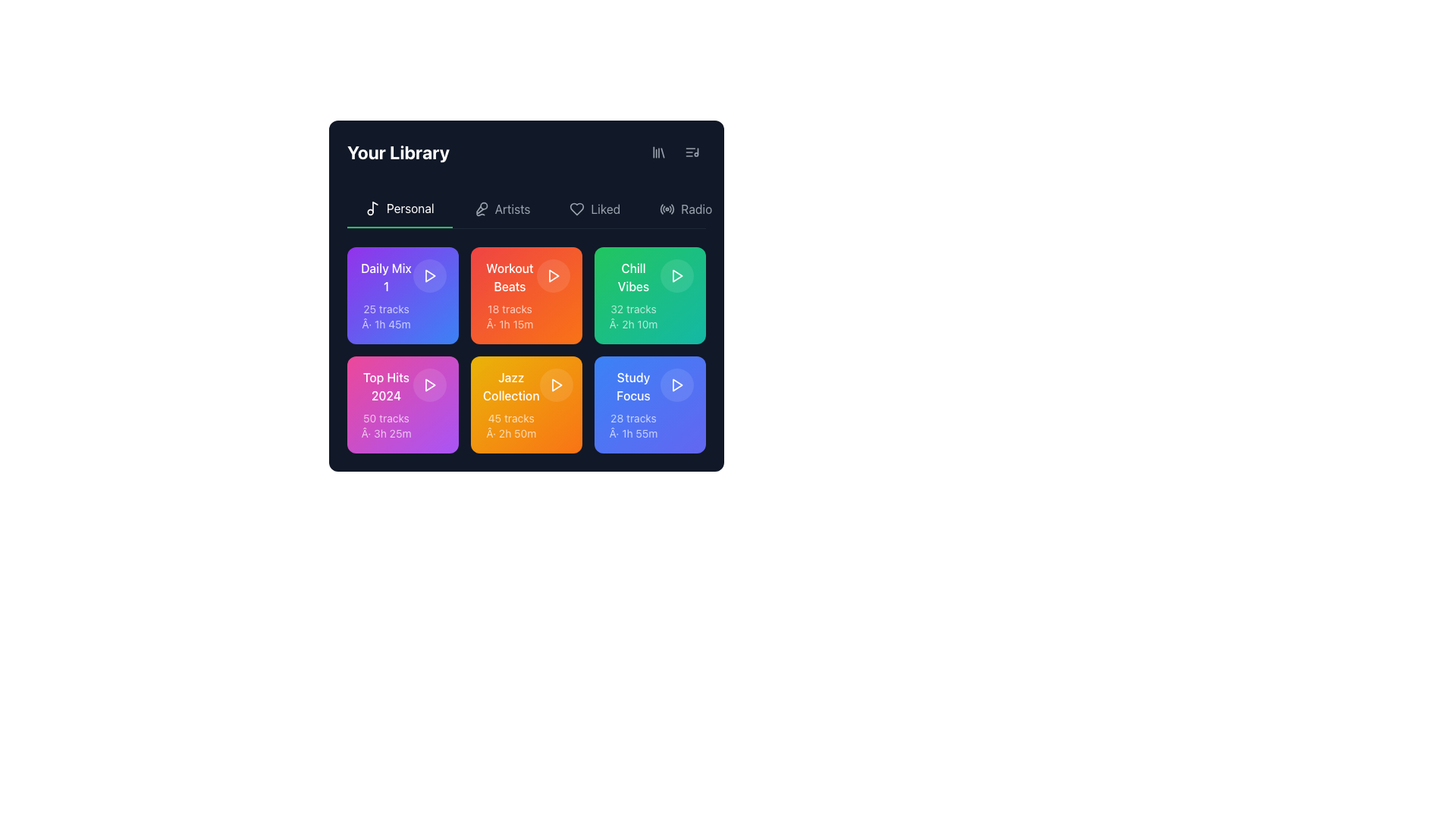 This screenshot has width=1456, height=819. I want to click on the circular button with a musical note icon located in the header, which is the second button from the right in a row of similar buttons, so click(691, 152).